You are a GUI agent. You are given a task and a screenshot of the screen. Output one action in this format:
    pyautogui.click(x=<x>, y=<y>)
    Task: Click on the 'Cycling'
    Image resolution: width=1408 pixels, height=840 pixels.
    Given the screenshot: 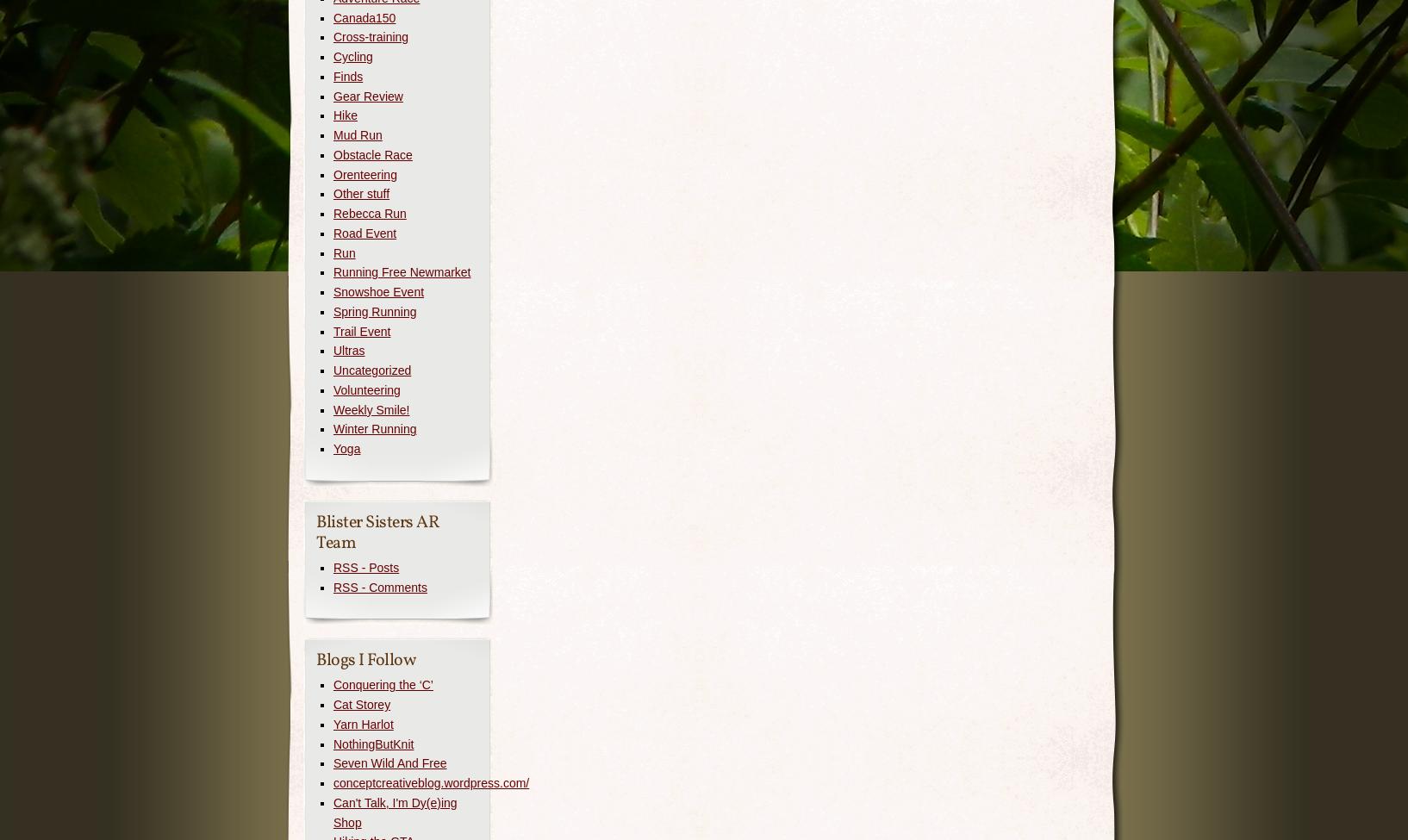 What is the action you would take?
    pyautogui.click(x=352, y=57)
    